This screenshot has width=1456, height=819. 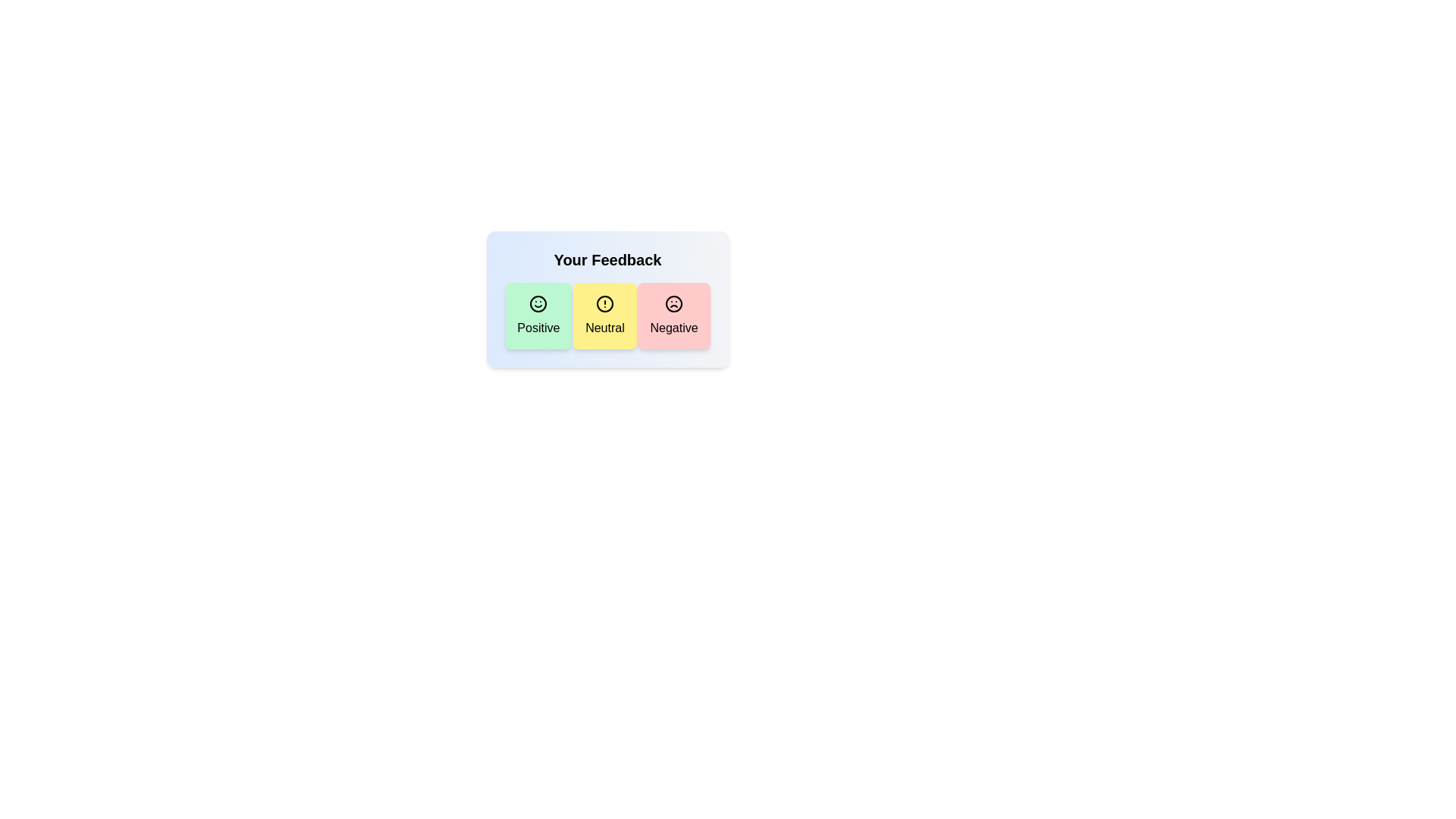 What do you see at coordinates (538, 327) in the screenshot?
I see `the Text label displaying 'Positive', which is styled in bold black font against a green background, located to the left of the 'Neutral' and 'Negative' buttons` at bounding box center [538, 327].